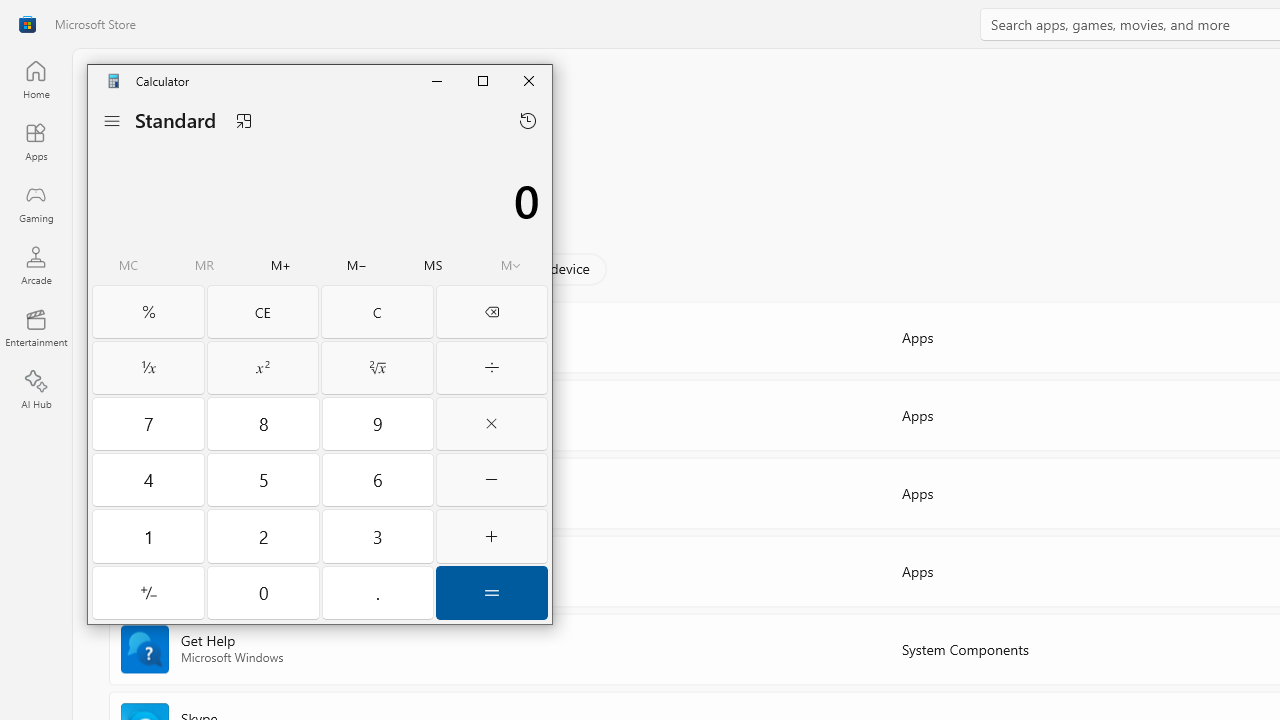 This screenshot has width=1280, height=720. Describe the element at coordinates (528, 120) in the screenshot. I see `'Open history flyout'` at that location.